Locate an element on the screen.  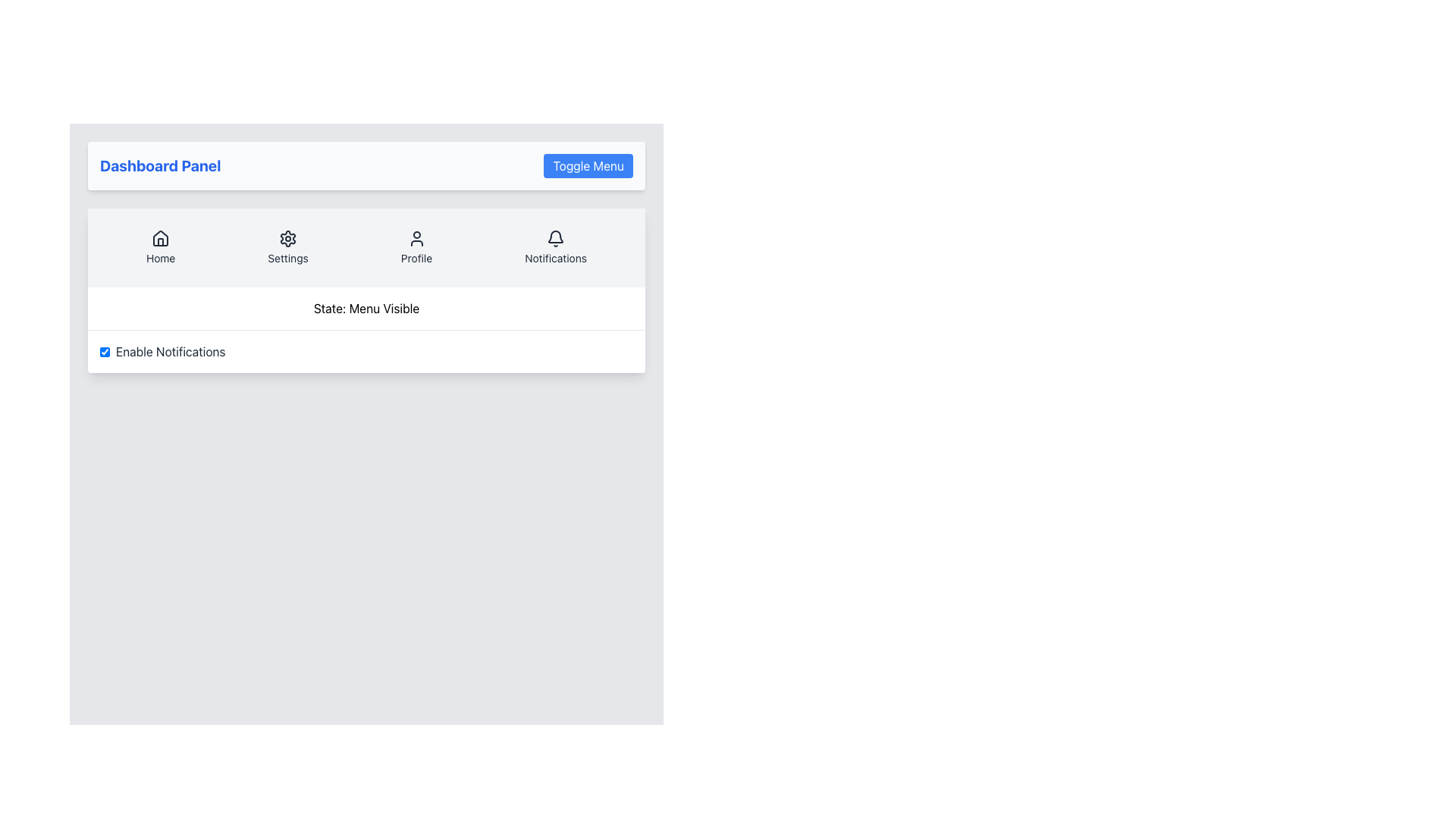
the 'Profile' navigation menu item, which features a user silhouette icon above the text label 'Profile' is located at coordinates (416, 247).